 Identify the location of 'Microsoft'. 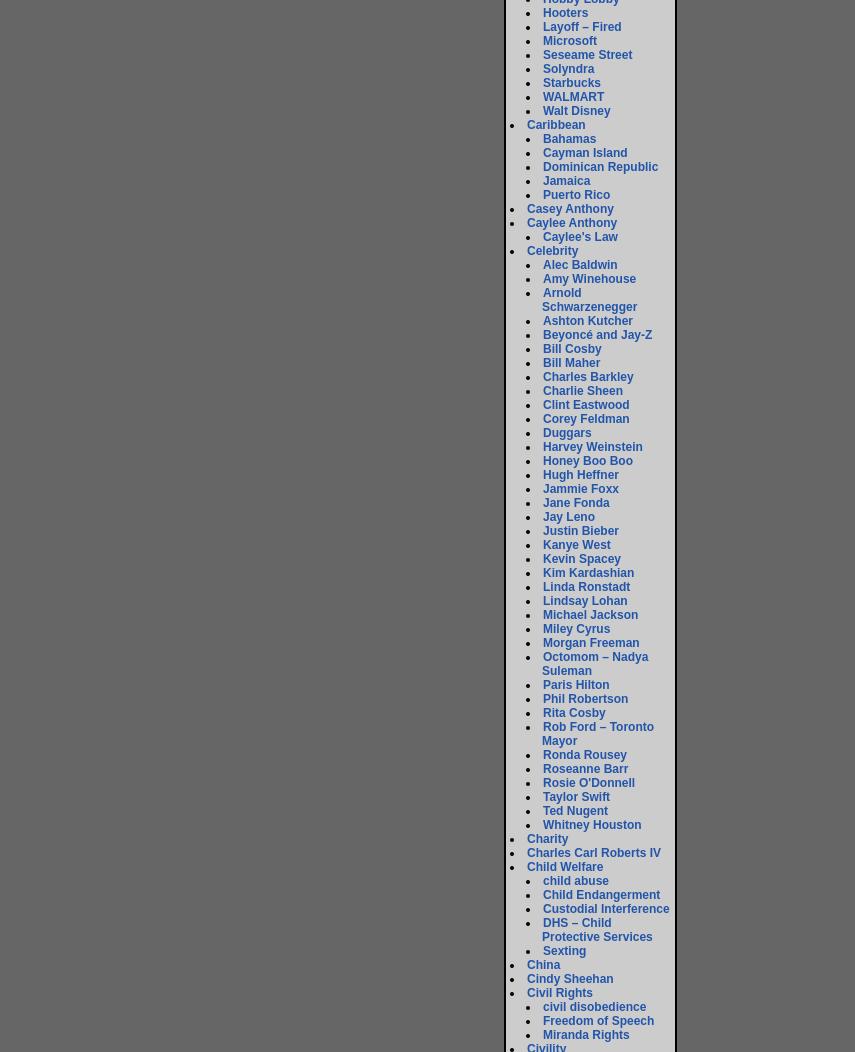
(569, 41).